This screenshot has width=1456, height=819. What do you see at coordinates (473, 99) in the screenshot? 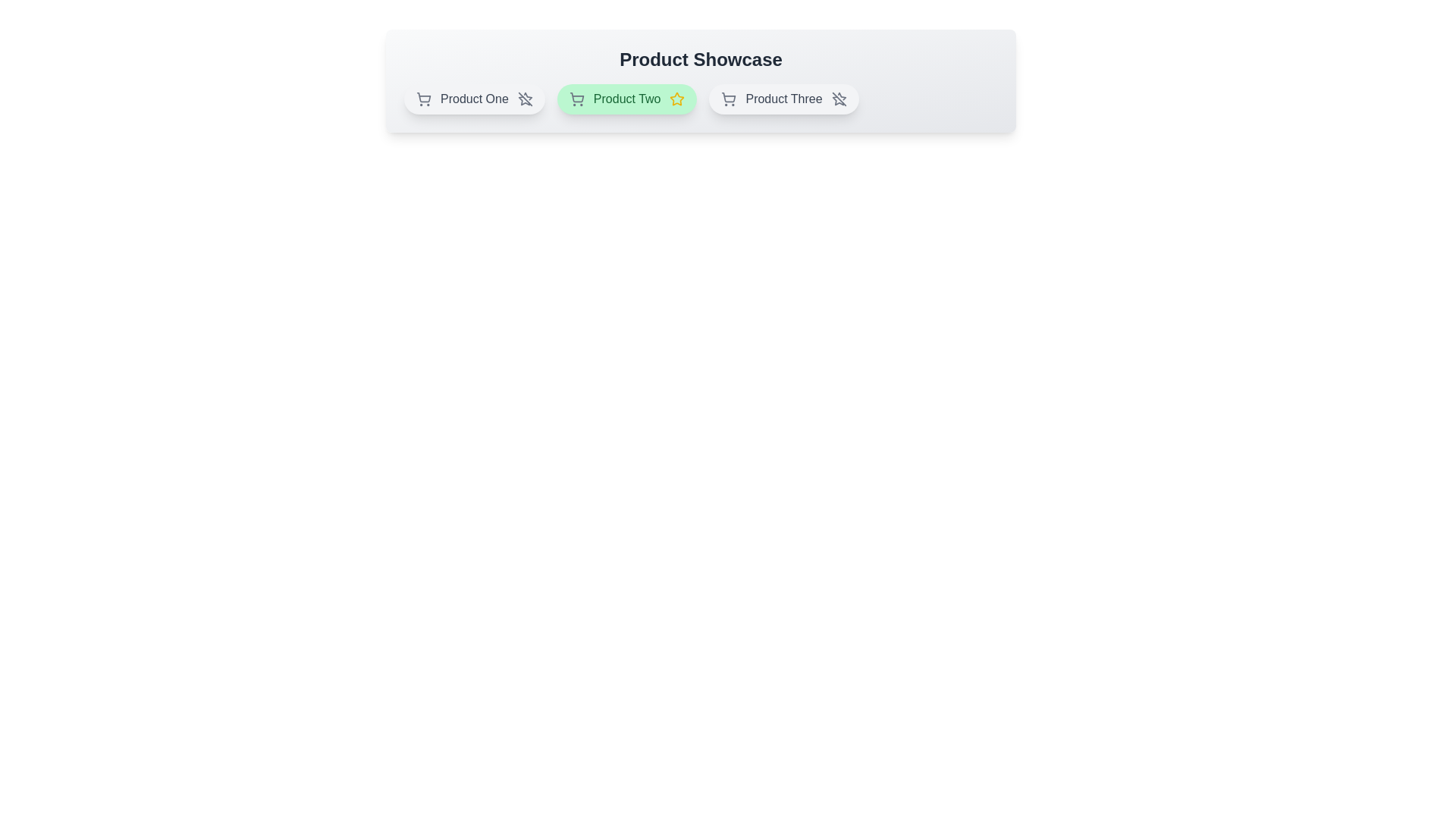
I see `the product chip corresponding to Product One to toggle its featured status` at bounding box center [473, 99].